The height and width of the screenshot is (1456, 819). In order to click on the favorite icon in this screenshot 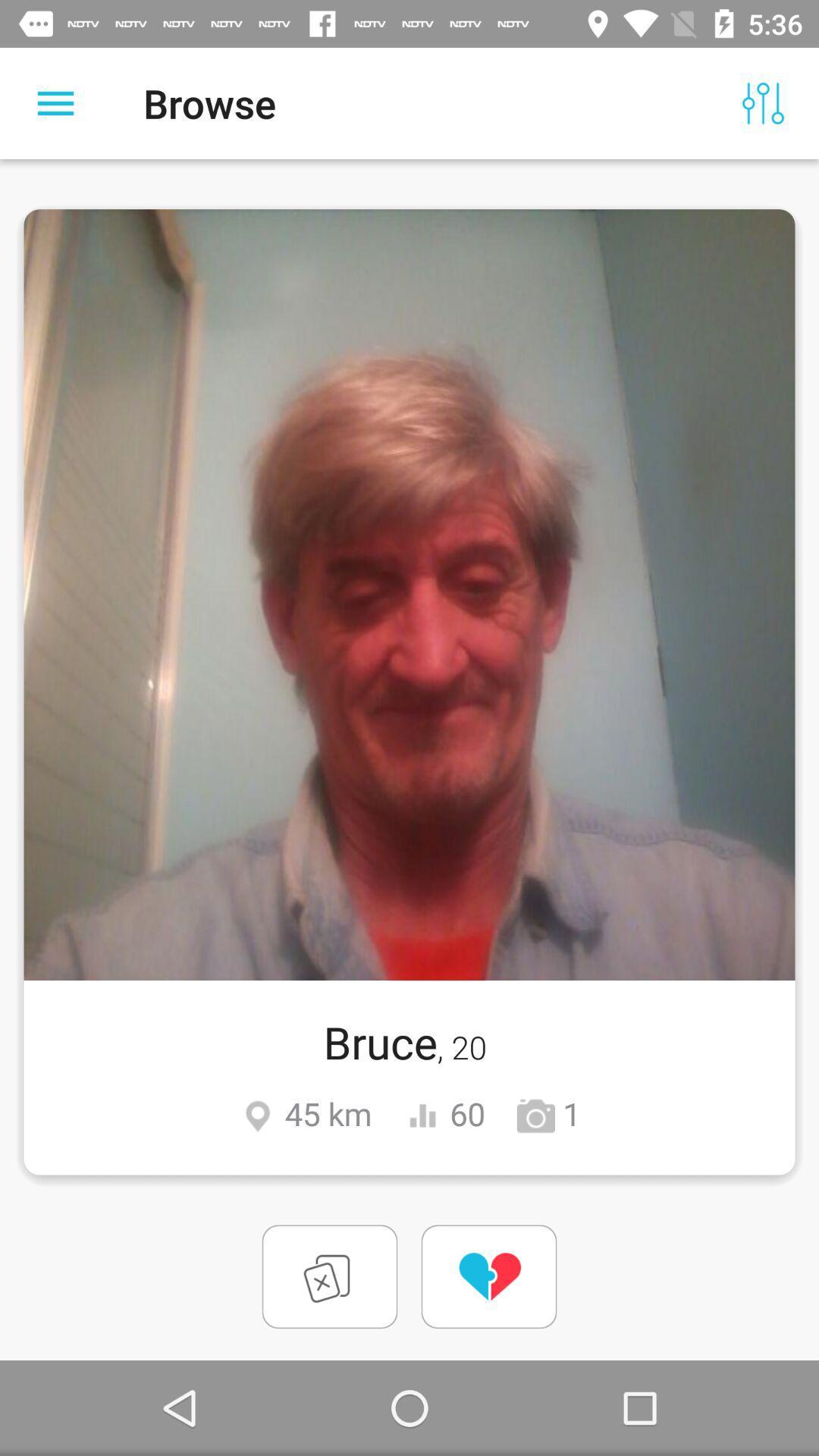, I will do `click(488, 1276)`.